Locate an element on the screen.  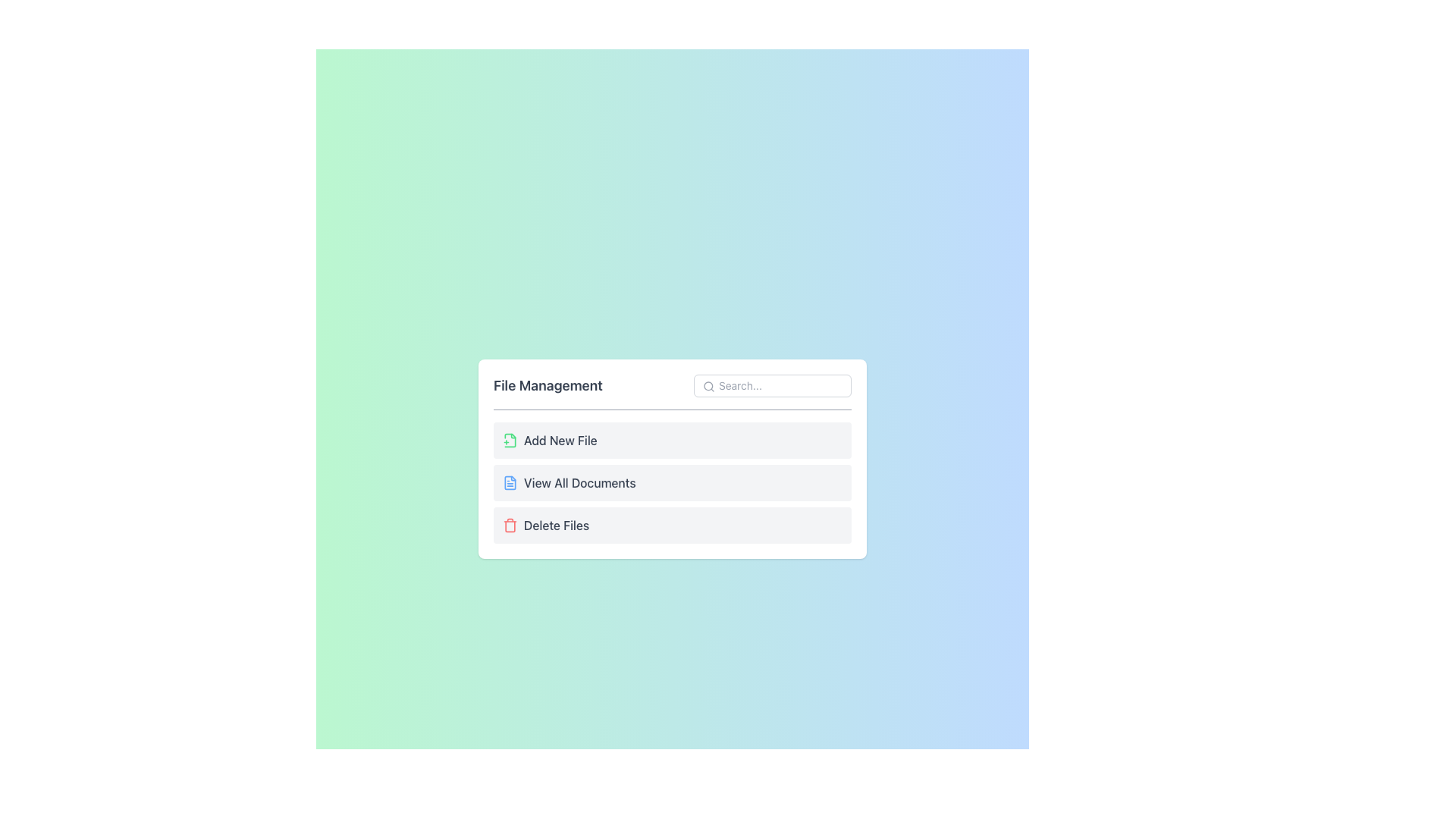
the 'Delete Files' text label, which is styled in gray and located to the right of a red trash icon within the 'File Management' section is located at coordinates (556, 524).